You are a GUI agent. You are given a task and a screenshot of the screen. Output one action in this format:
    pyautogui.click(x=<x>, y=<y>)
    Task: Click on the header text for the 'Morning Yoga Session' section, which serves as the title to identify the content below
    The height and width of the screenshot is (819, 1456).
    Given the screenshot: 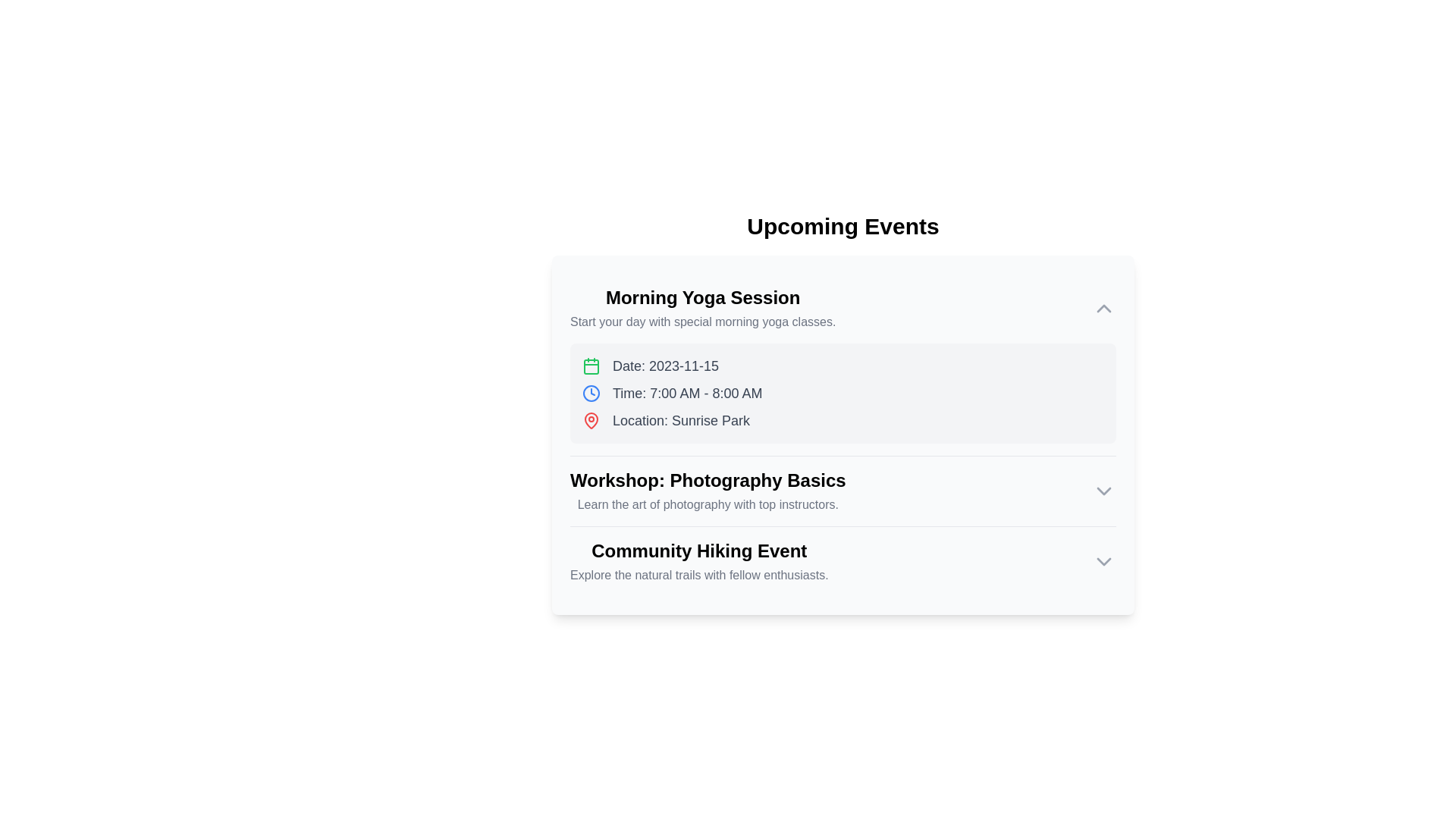 What is the action you would take?
    pyautogui.click(x=702, y=298)
    